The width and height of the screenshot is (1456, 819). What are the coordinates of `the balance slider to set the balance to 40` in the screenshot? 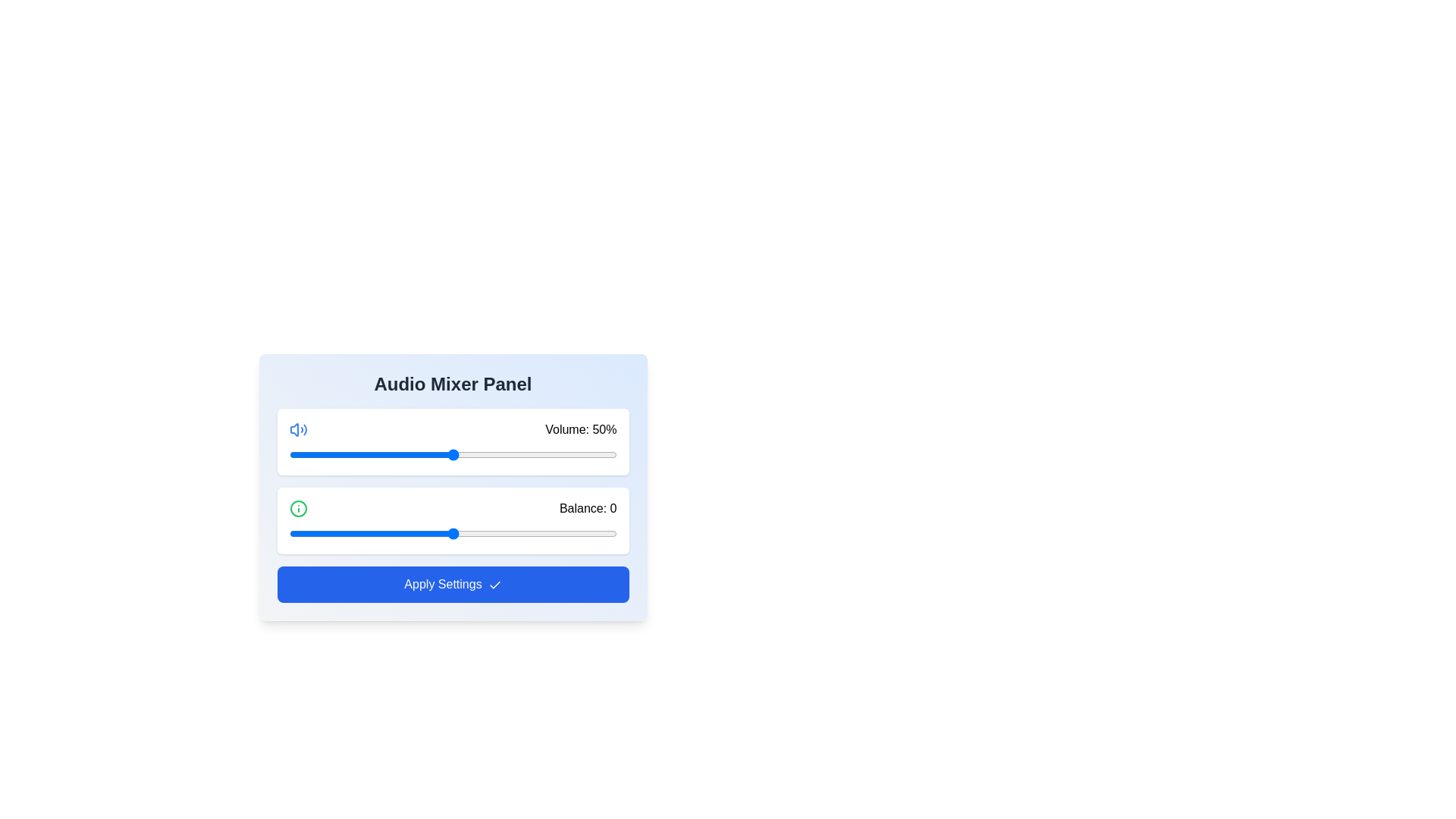 It's located at (583, 533).